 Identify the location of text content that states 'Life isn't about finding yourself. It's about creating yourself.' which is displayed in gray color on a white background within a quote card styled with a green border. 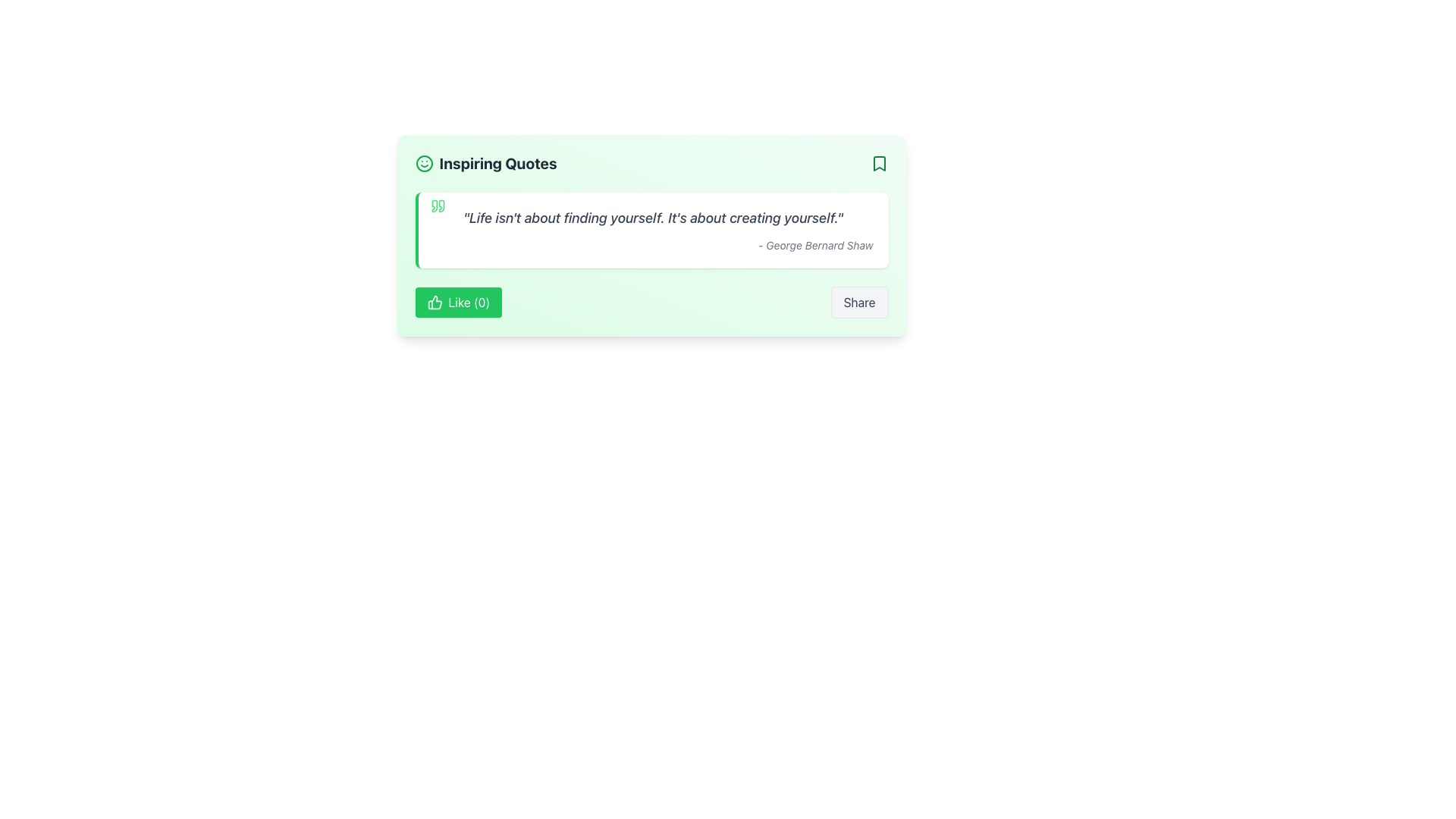
(653, 218).